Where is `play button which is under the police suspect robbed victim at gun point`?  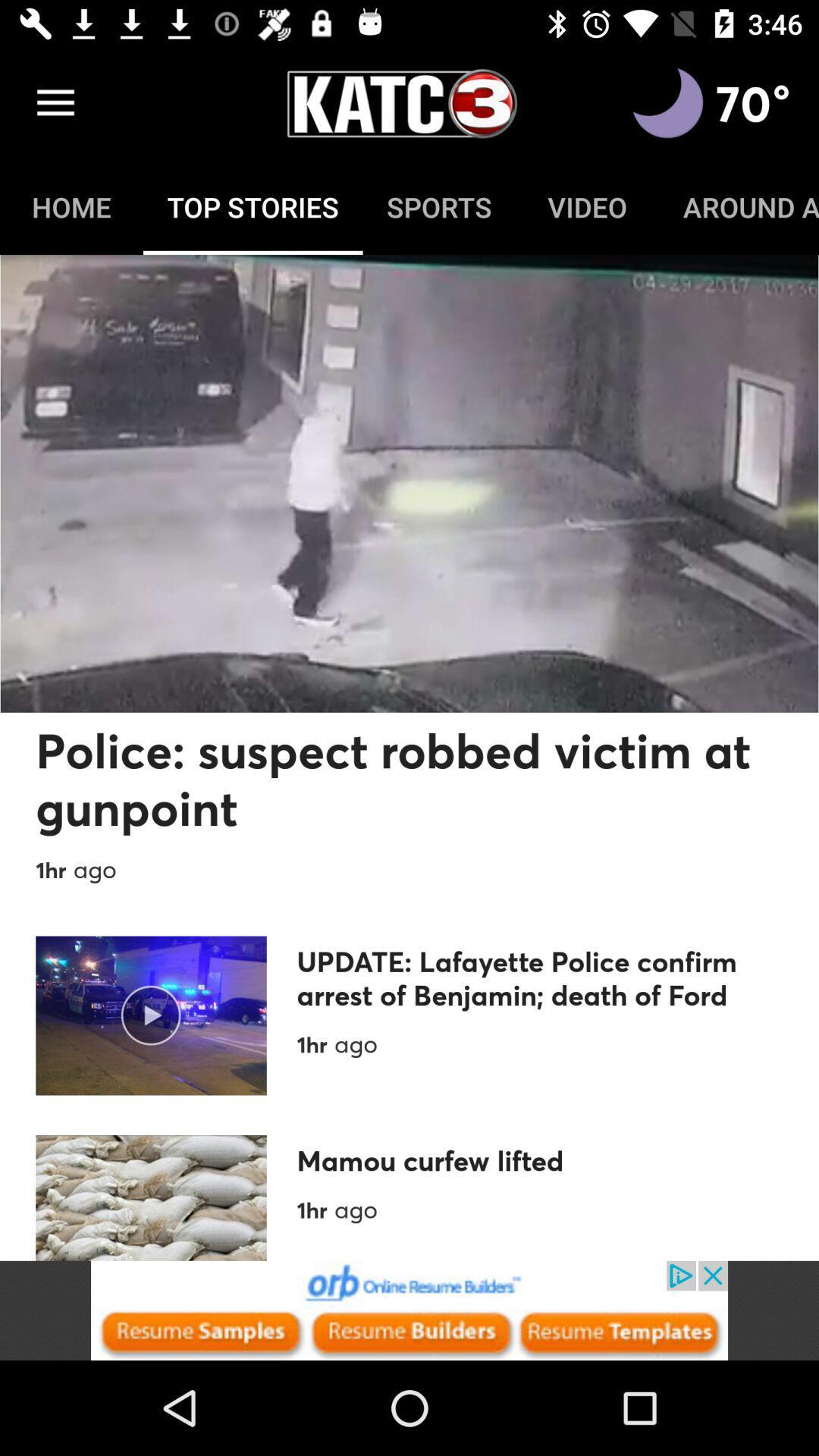
play button which is under the police suspect robbed victim at gun point is located at coordinates (151, 1015).